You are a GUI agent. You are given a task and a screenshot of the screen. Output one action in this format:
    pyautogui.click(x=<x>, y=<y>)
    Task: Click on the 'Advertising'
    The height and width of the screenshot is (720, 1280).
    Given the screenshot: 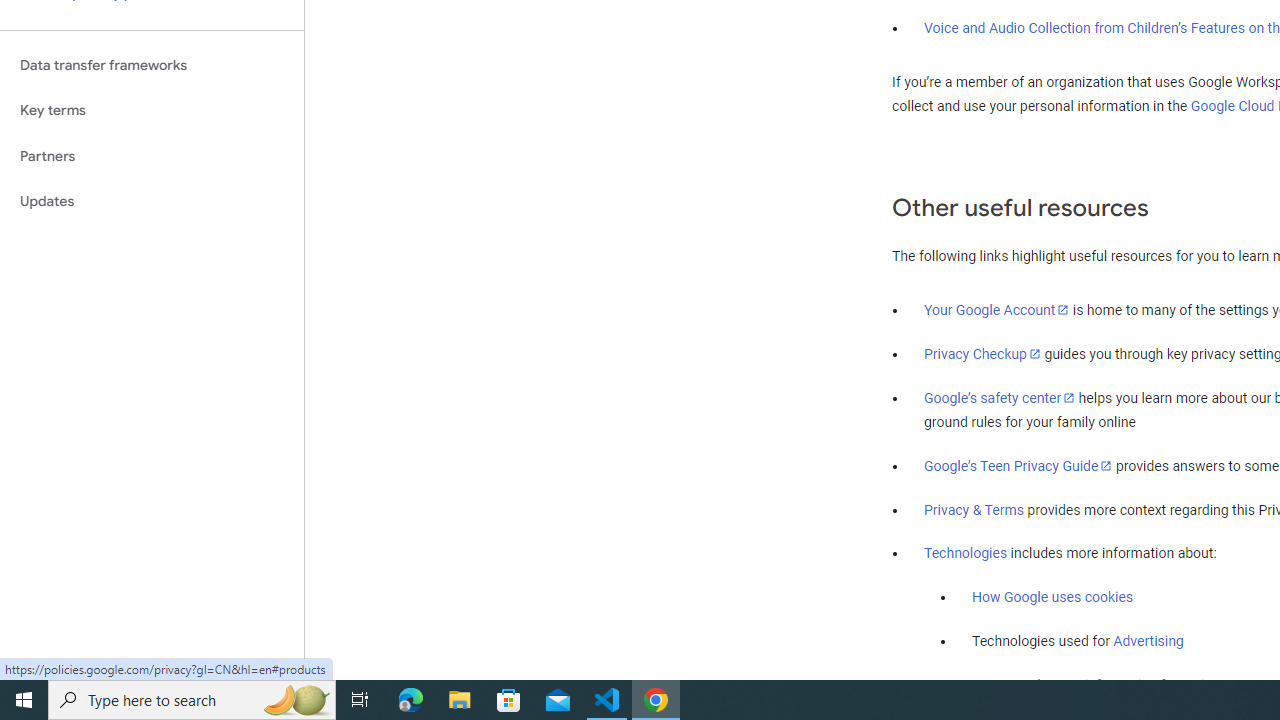 What is the action you would take?
    pyautogui.click(x=1148, y=641)
    